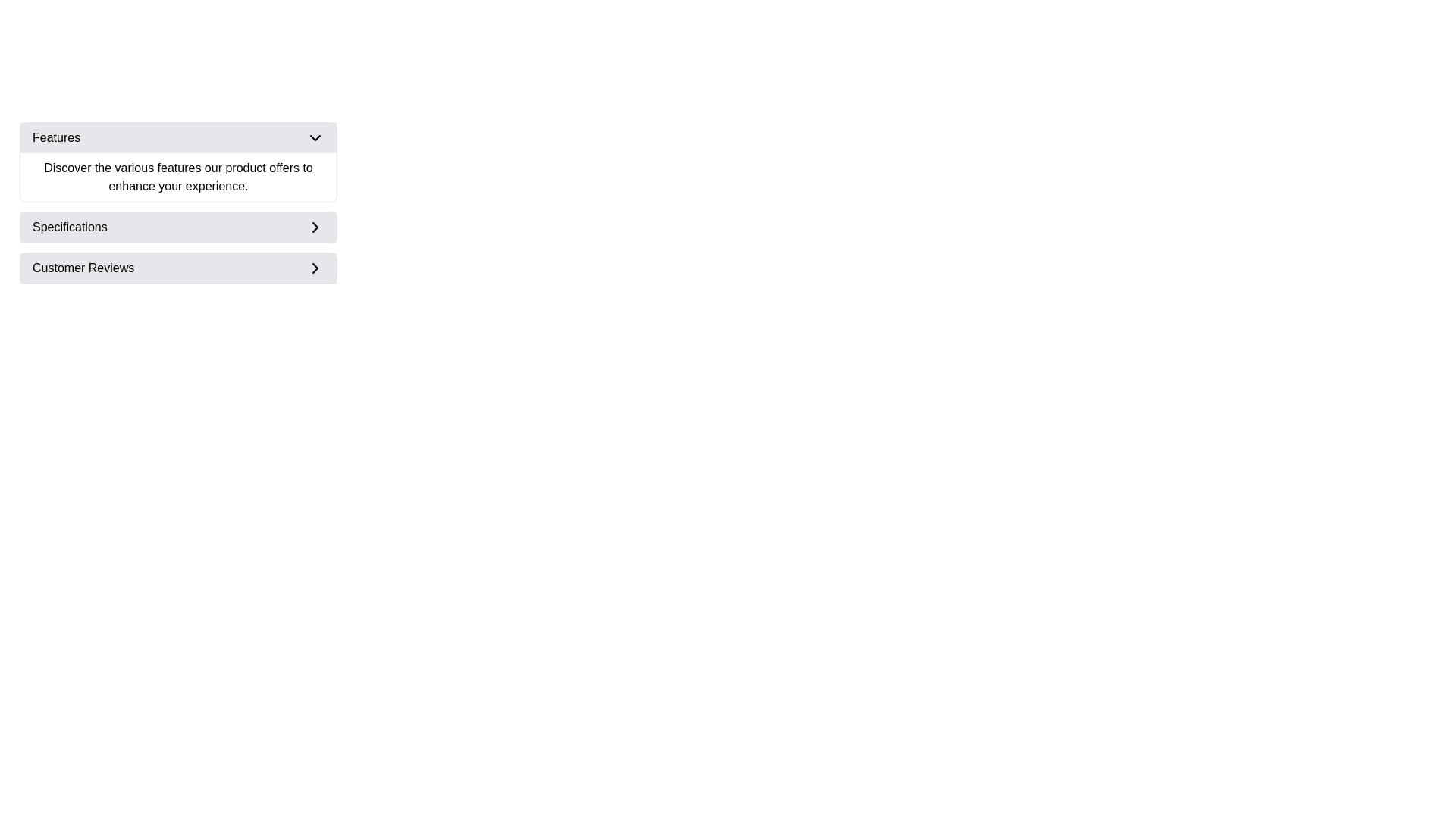 The image size is (1456, 819). What do you see at coordinates (69, 227) in the screenshot?
I see `the 'Specifications' text label which is part of a clickable row in a vertically stacked menu` at bounding box center [69, 227].